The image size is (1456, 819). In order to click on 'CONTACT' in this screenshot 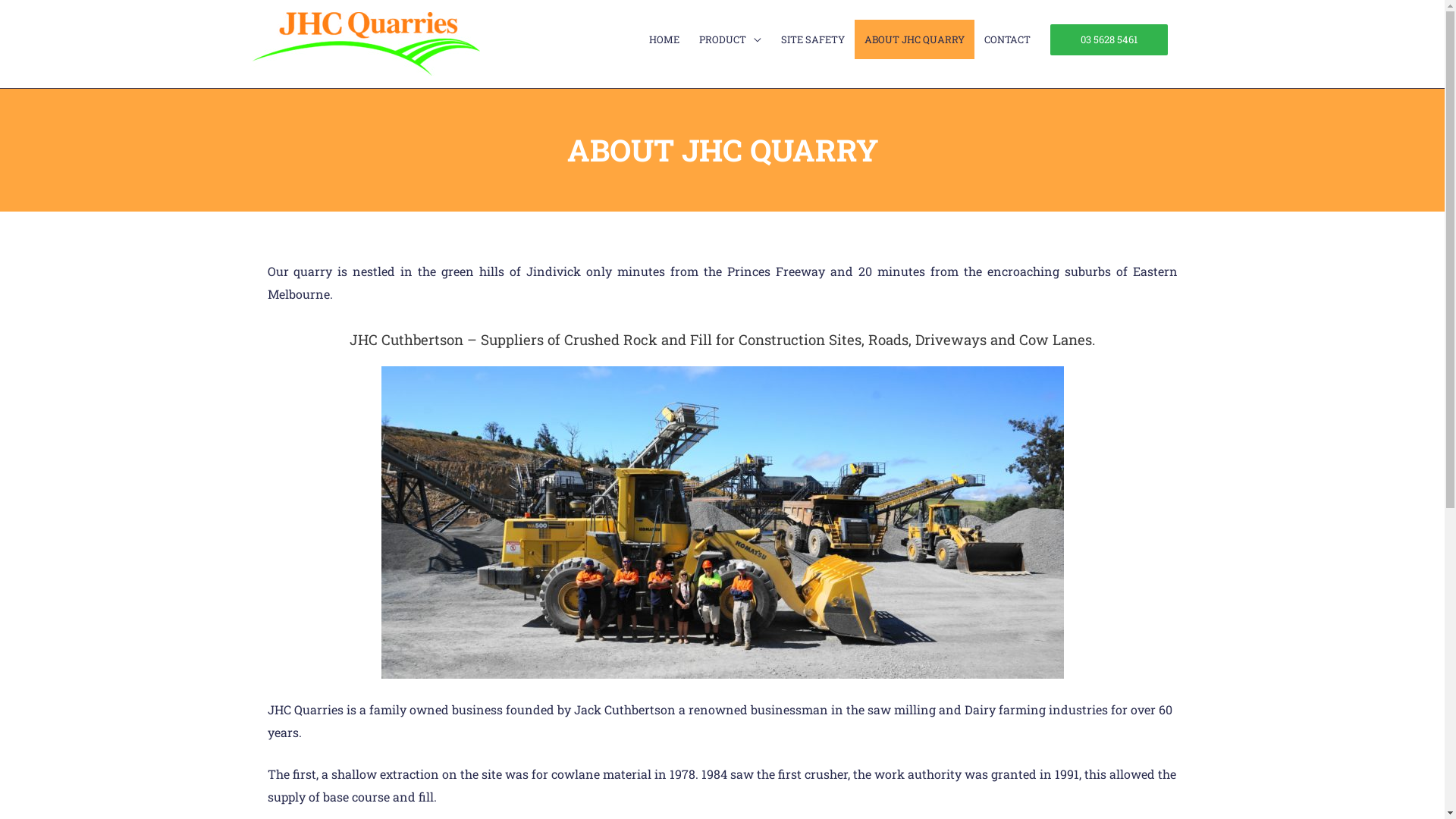, I will do `click(1006, 38)`.